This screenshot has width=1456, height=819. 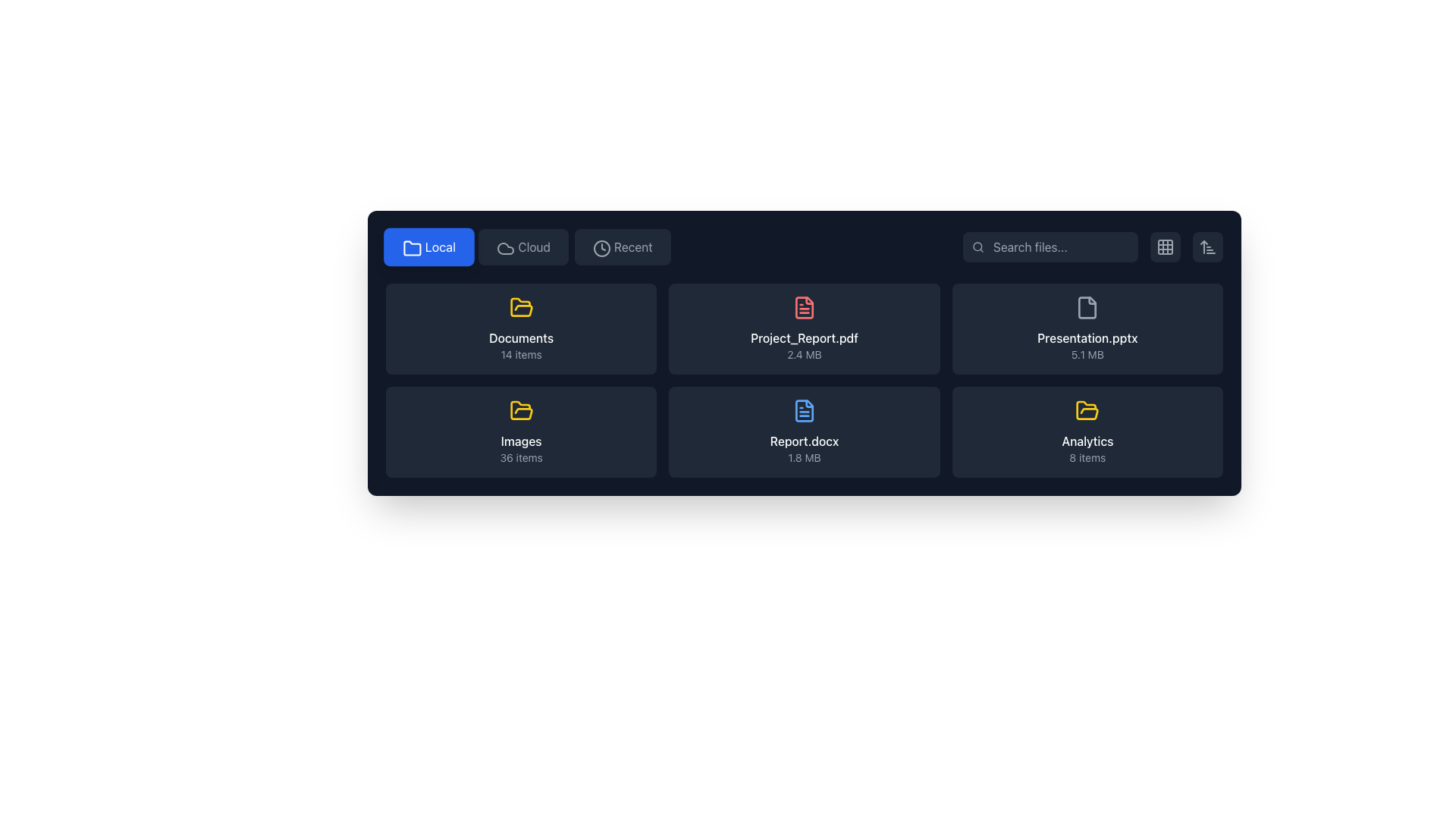 I want to click on the file representation item titled 'Report.docx', so click(x=803, y=432).